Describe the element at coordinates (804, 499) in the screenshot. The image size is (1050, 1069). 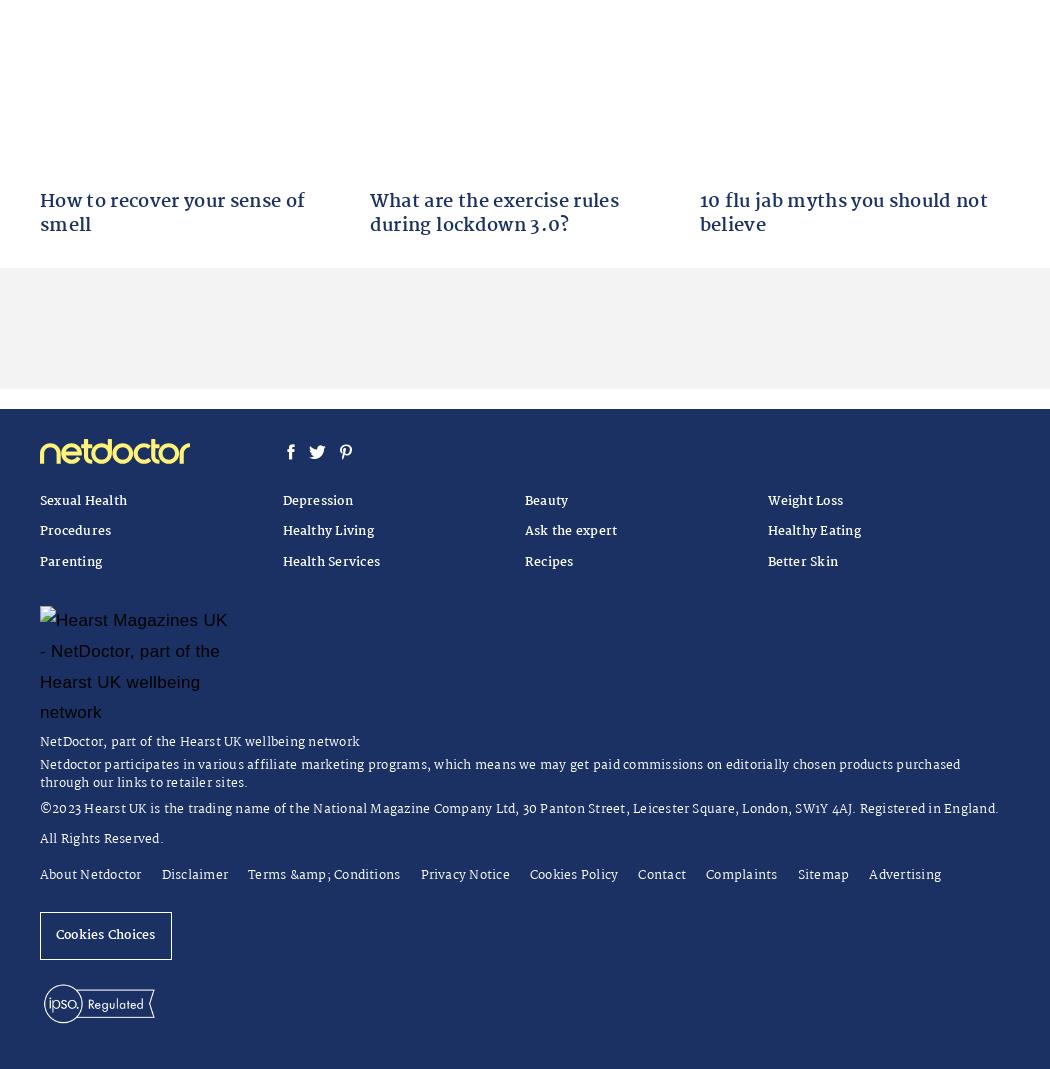
I see `'Weight Loss'` at that location.